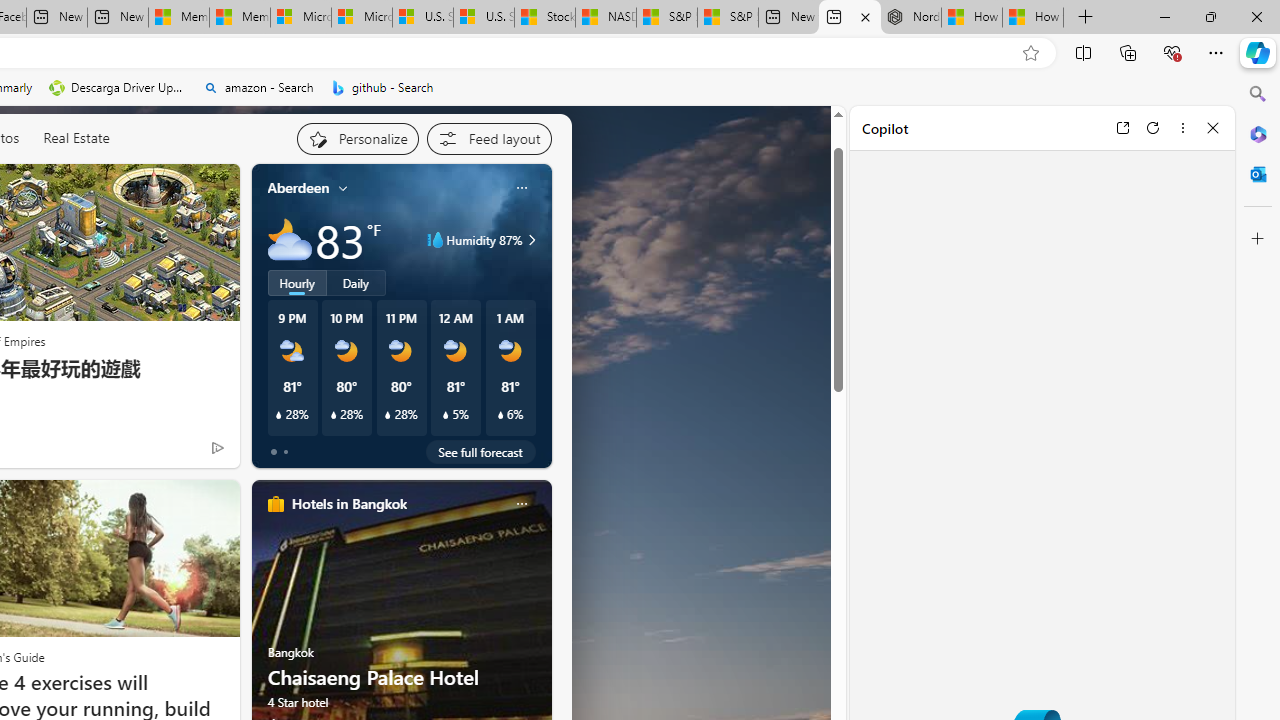  I want to click on 'Descarga Driver Updater', so click(117, 87).